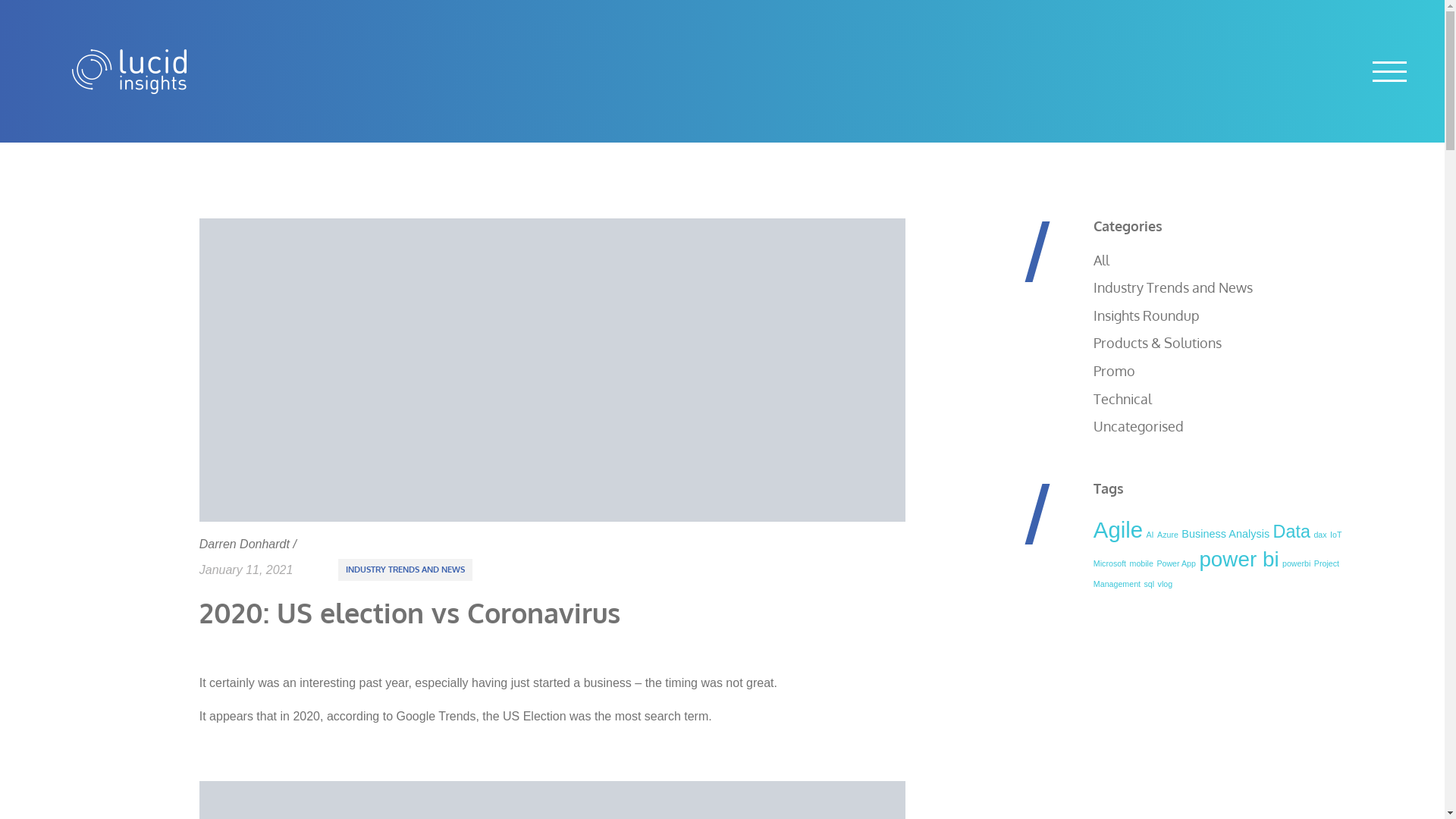 The image size is (1456, 819). Describe the element at coordinates (1181, 533) in the screenshot. I see `'Business Analysis'` at that location.